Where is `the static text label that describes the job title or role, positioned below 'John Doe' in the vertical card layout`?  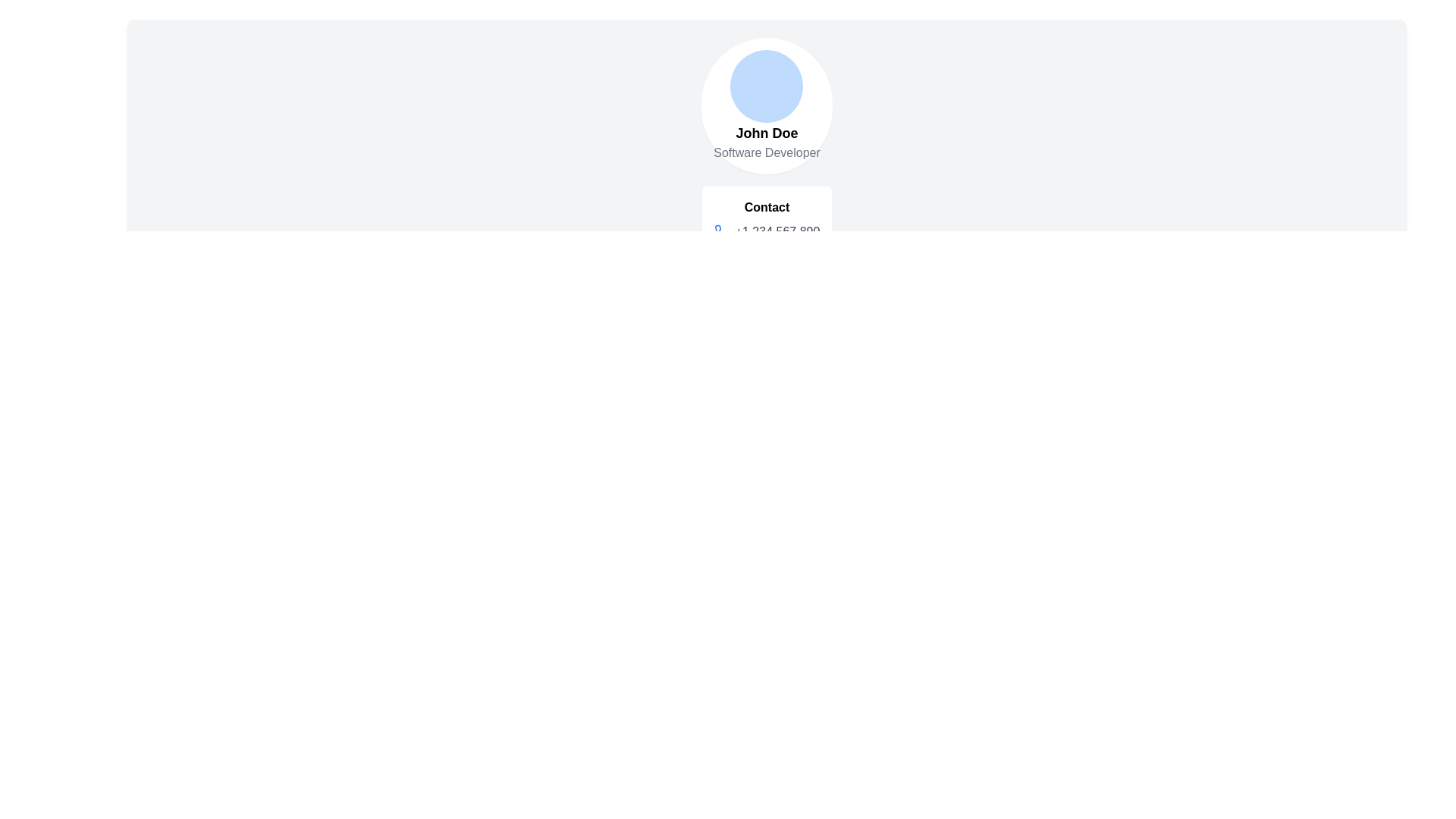
the static text label that describes the job title or role, positioned below 'John Doe' in the vertical card layout is located at coordinates (767, 152).